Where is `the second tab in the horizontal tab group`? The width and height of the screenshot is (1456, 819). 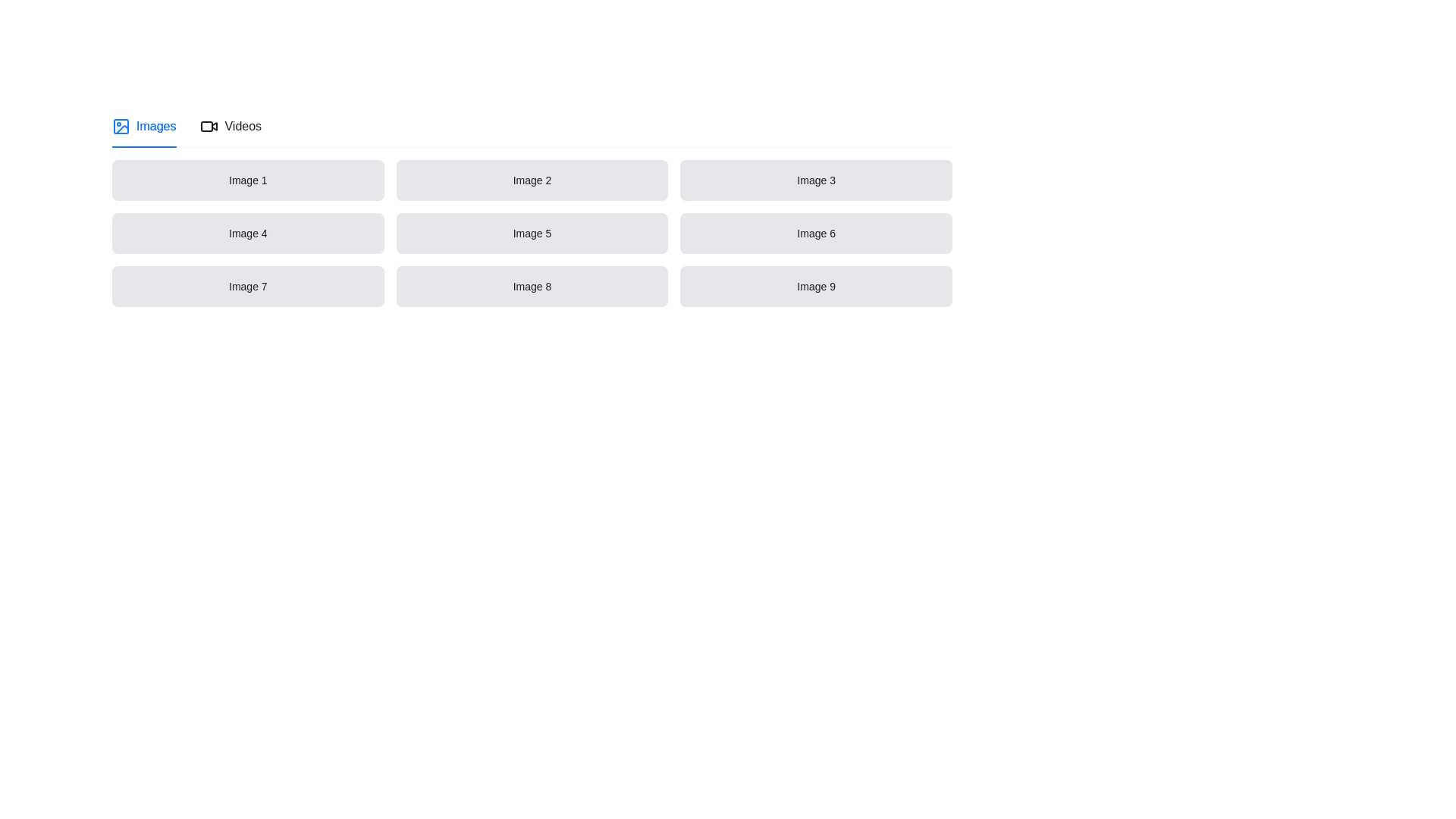
the second tab in the horizontal tab group is located at coordinates (230, 125).